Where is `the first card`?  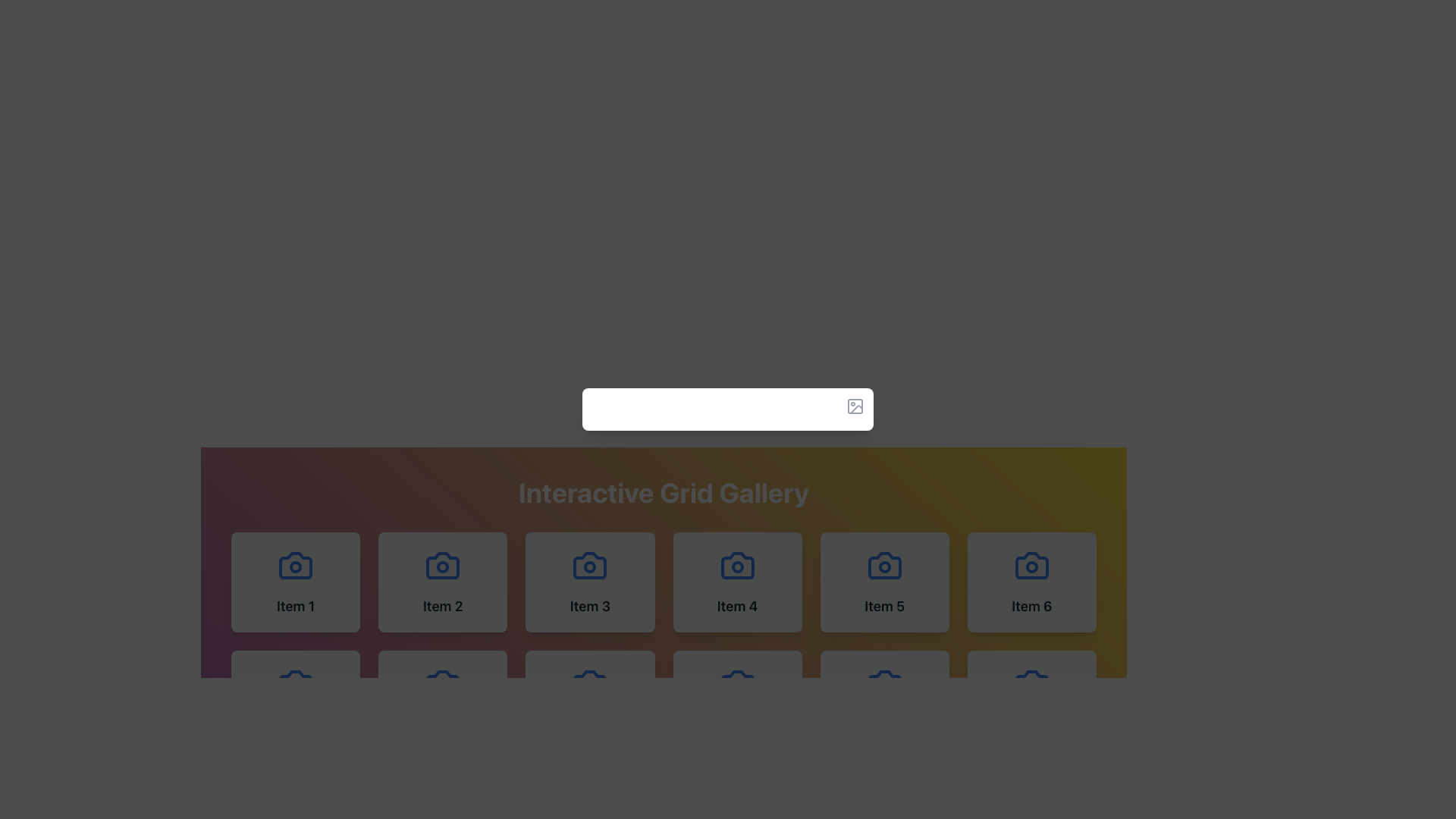 the first card is located at coordinates (296, 581).